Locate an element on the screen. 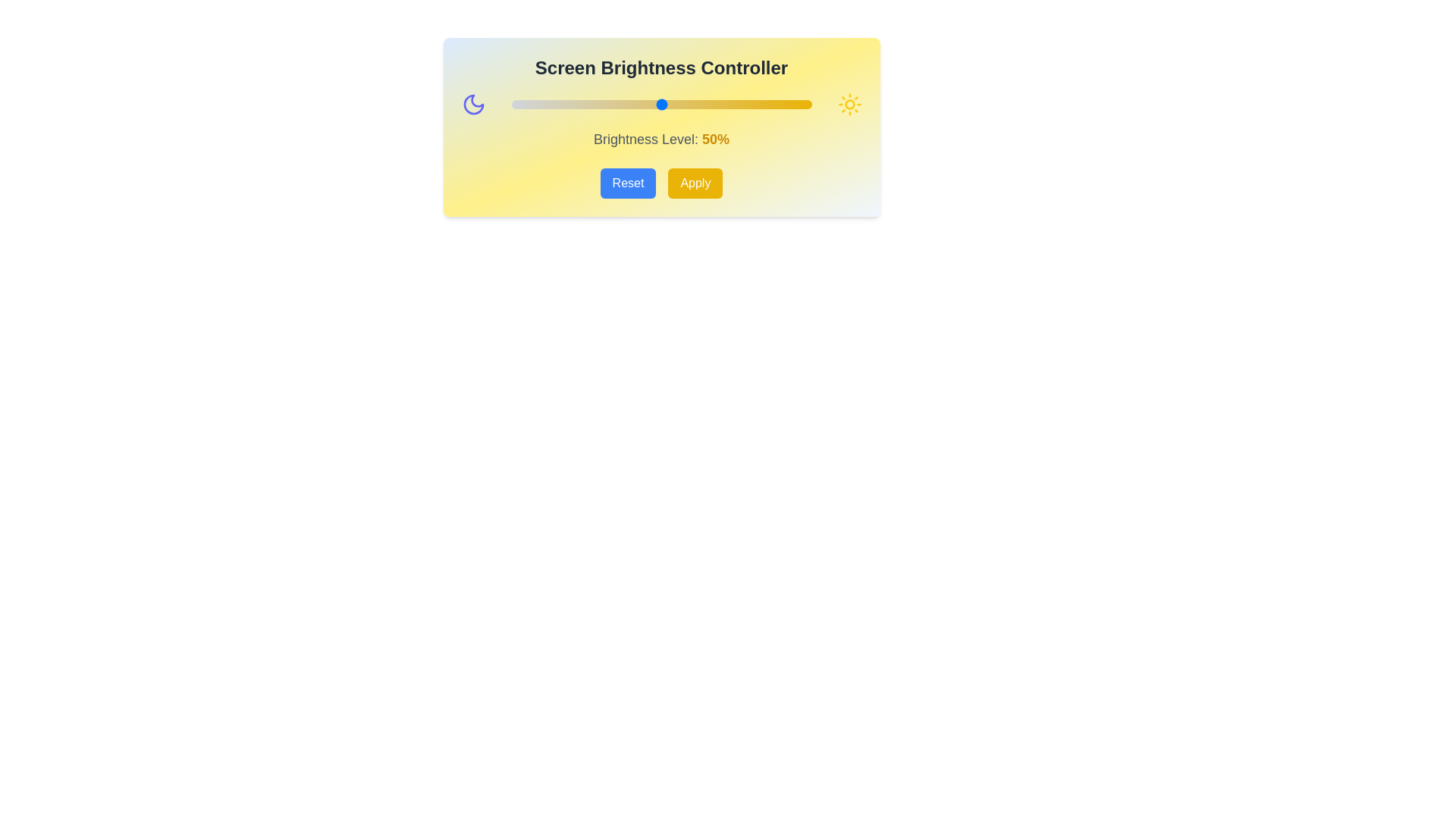 This screenshot has height=819, width=1456. the brightness slider to set the brightness level to 47% is located at coordinates (652, 104).